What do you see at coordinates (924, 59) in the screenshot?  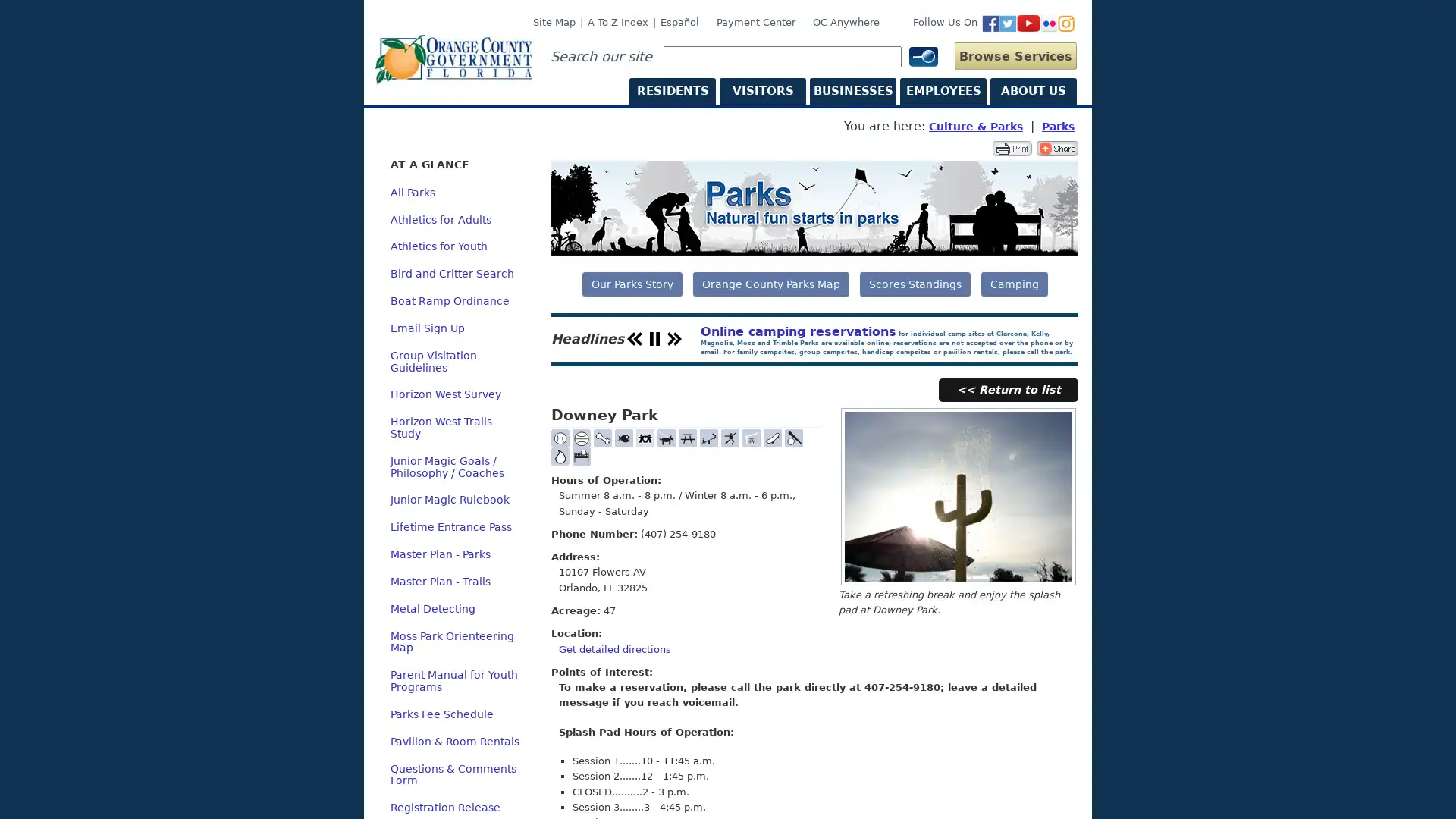 I see `Submit Search` at bounding box center [924, 59].